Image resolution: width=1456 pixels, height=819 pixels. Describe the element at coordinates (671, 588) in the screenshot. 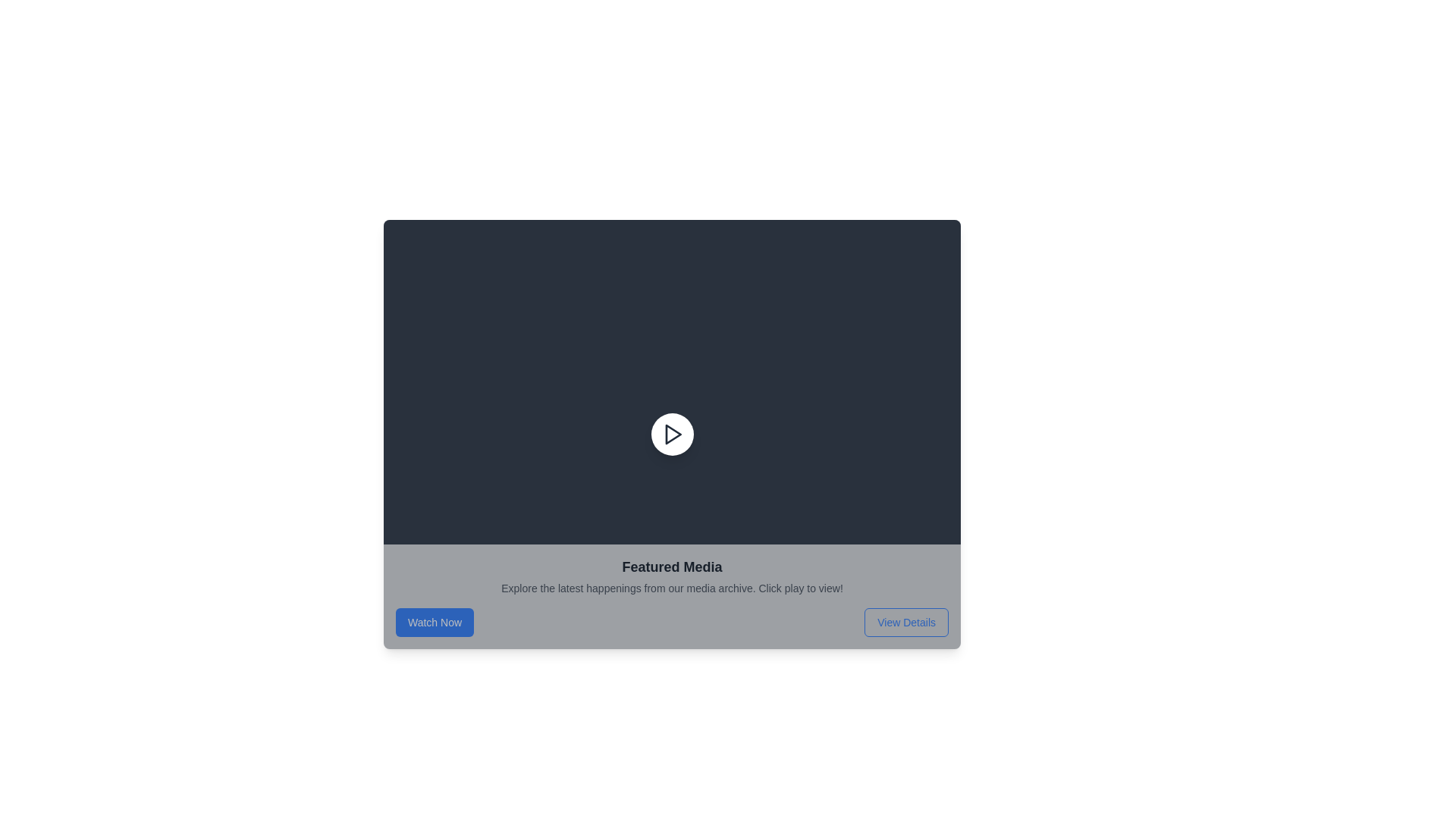

I see `the descriptive text element that provides context about the media content, located below the 'Featured Media' heading` at that location.